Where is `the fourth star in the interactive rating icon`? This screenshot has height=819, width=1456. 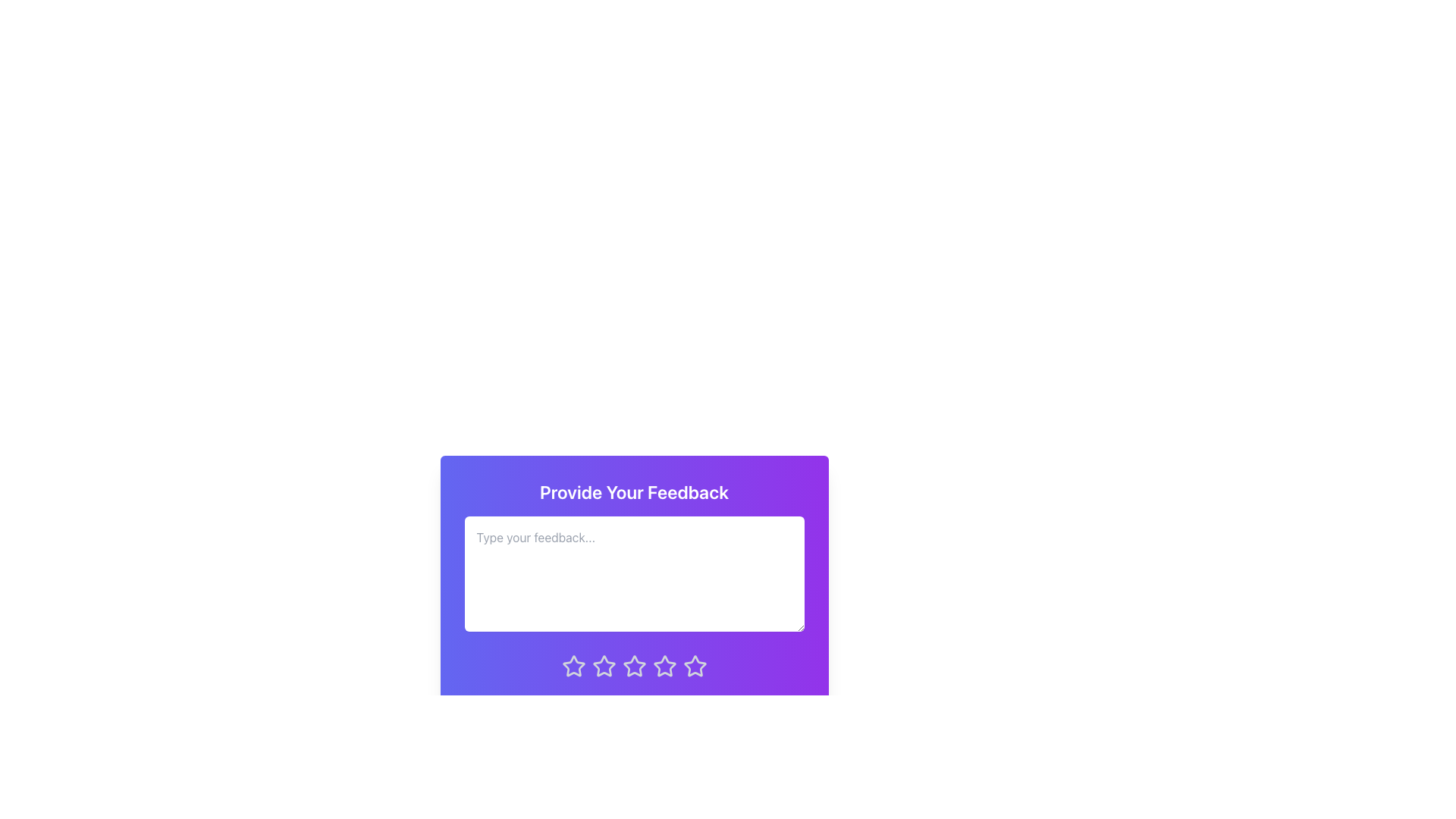 the fourth star in the interactive rating icon is located at coordinates (664, 665).